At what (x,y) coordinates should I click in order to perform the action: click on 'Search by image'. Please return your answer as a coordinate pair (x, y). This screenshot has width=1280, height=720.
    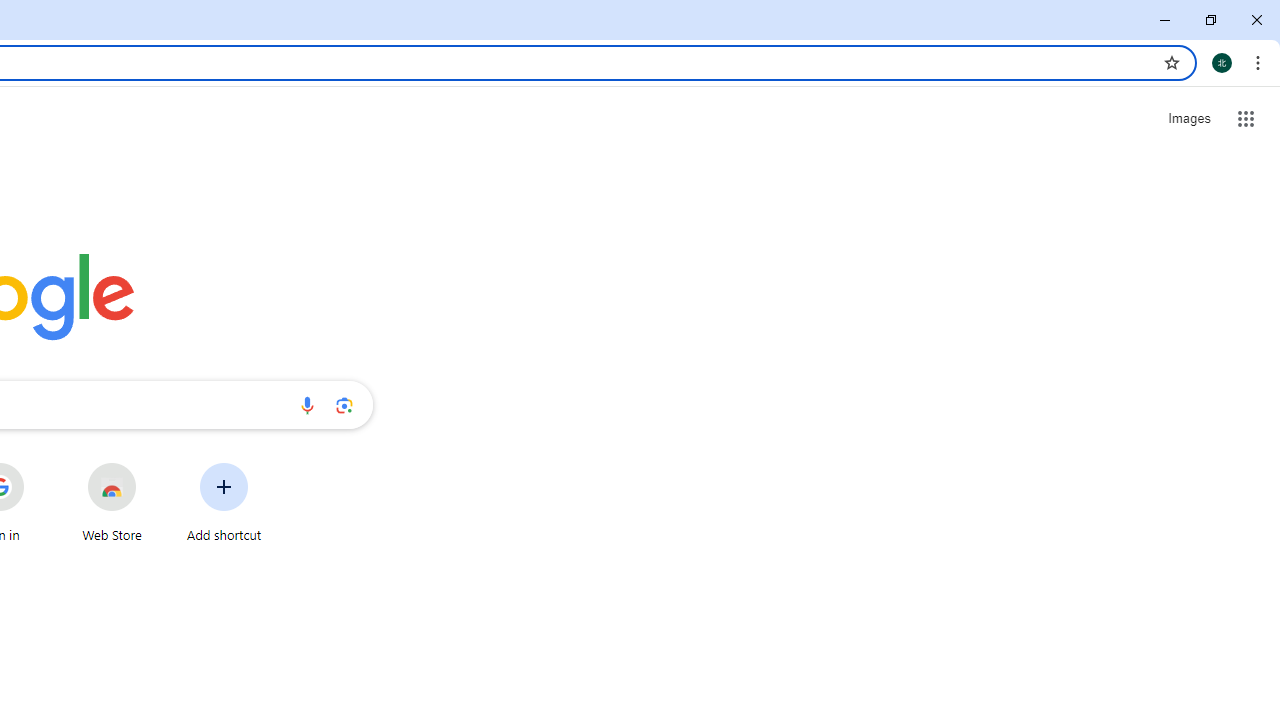
    Looking at the image, I should click on (344, 405).